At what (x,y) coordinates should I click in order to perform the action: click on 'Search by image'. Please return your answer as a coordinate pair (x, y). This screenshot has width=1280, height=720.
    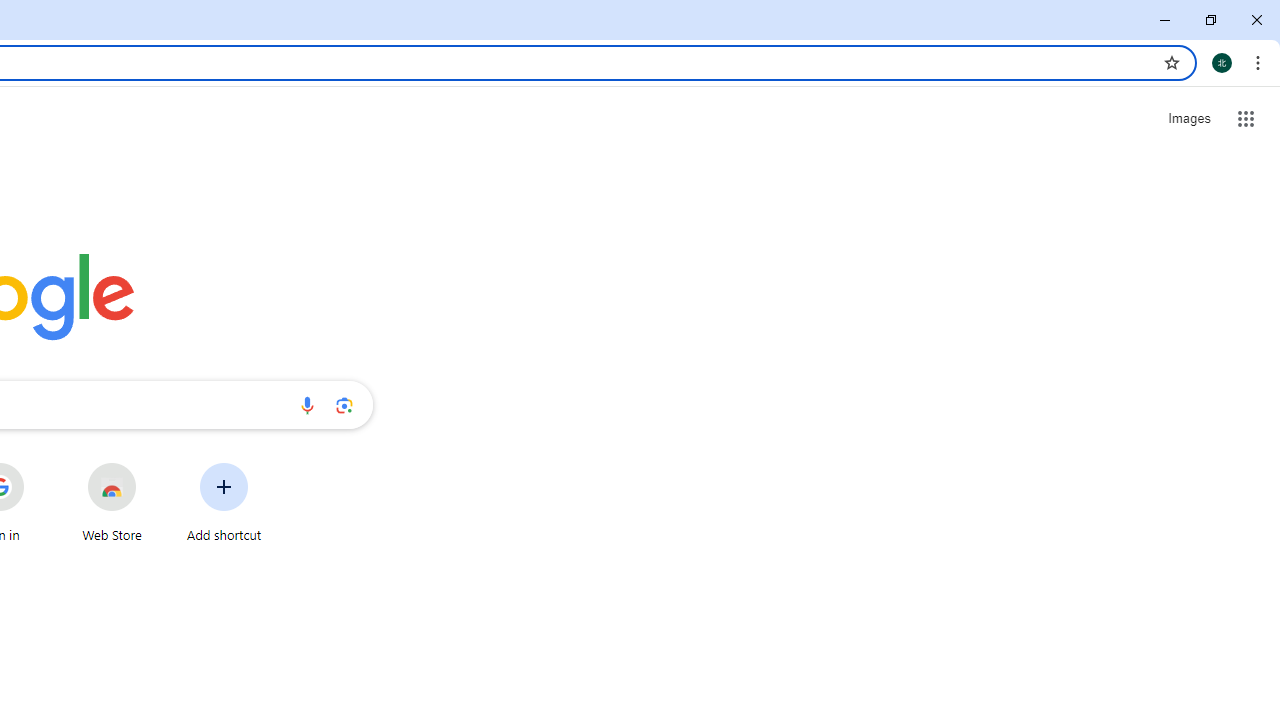
    Looking at the image, I should click on (344, 405).